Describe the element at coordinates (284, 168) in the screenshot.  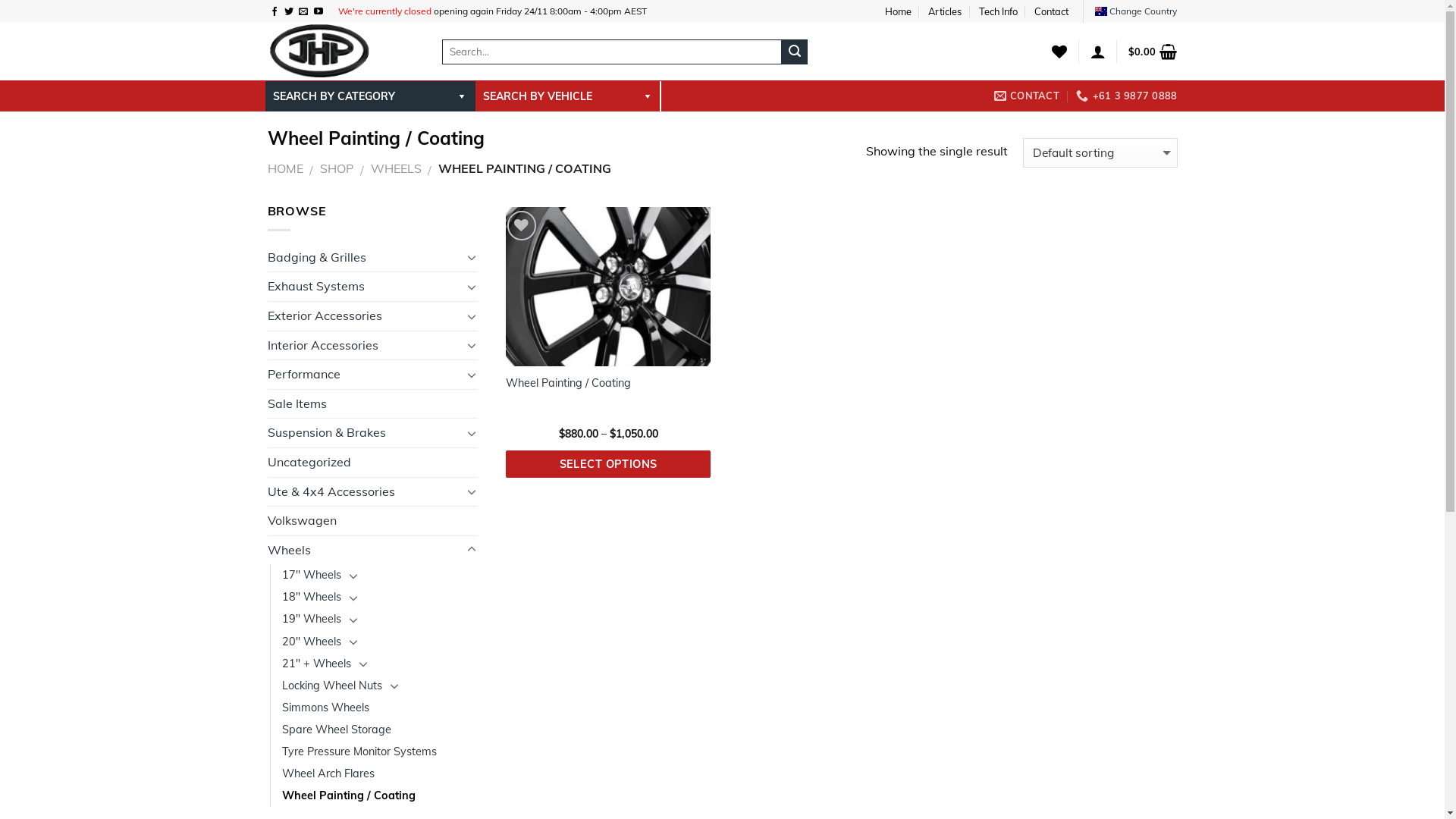
I see `'HOME'` at that location.